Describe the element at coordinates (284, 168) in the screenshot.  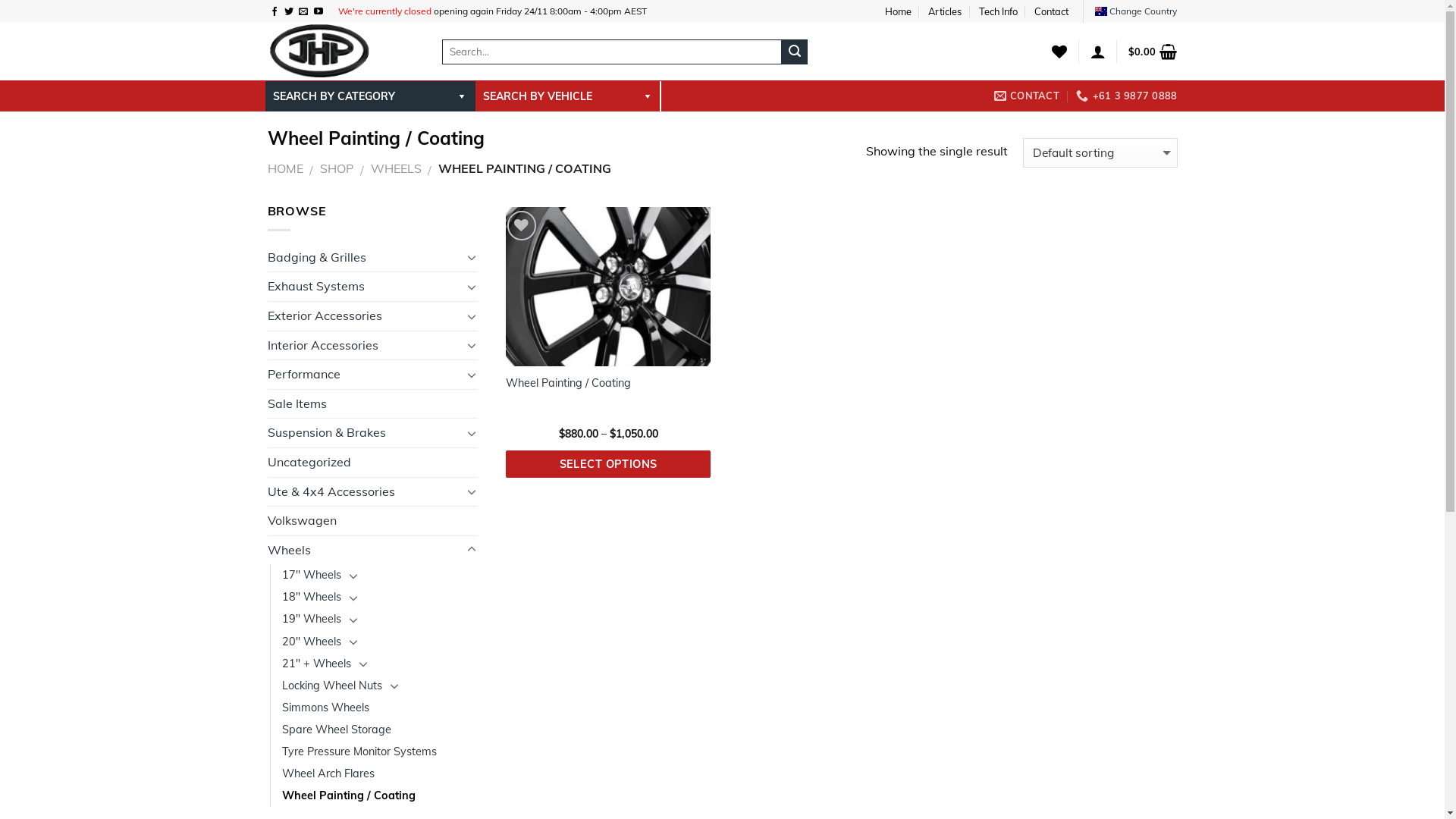
I see `'HOME'` at that location.